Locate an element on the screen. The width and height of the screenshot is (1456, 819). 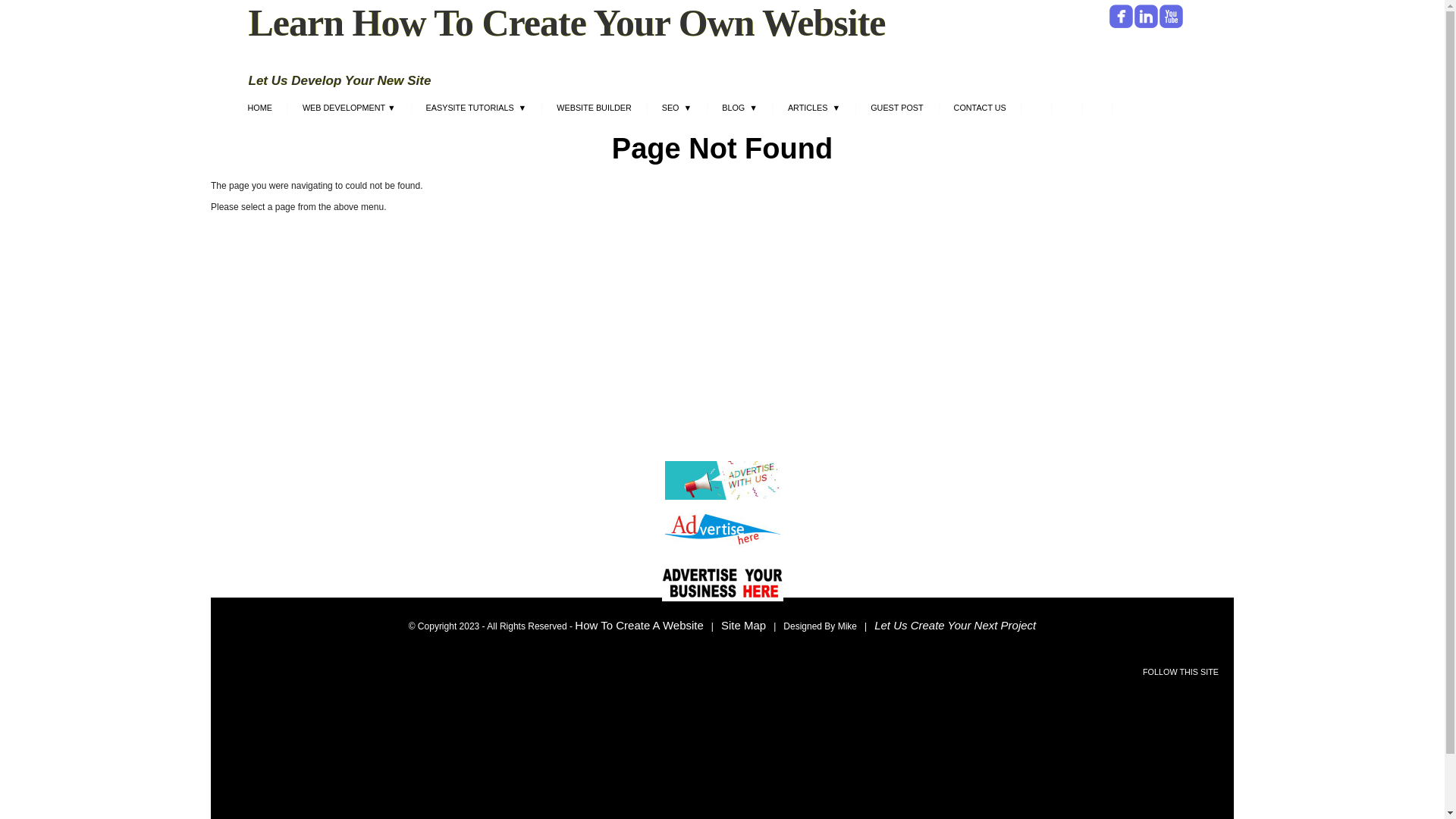
'LinkedIn' is located at coordinates (1134, 17).